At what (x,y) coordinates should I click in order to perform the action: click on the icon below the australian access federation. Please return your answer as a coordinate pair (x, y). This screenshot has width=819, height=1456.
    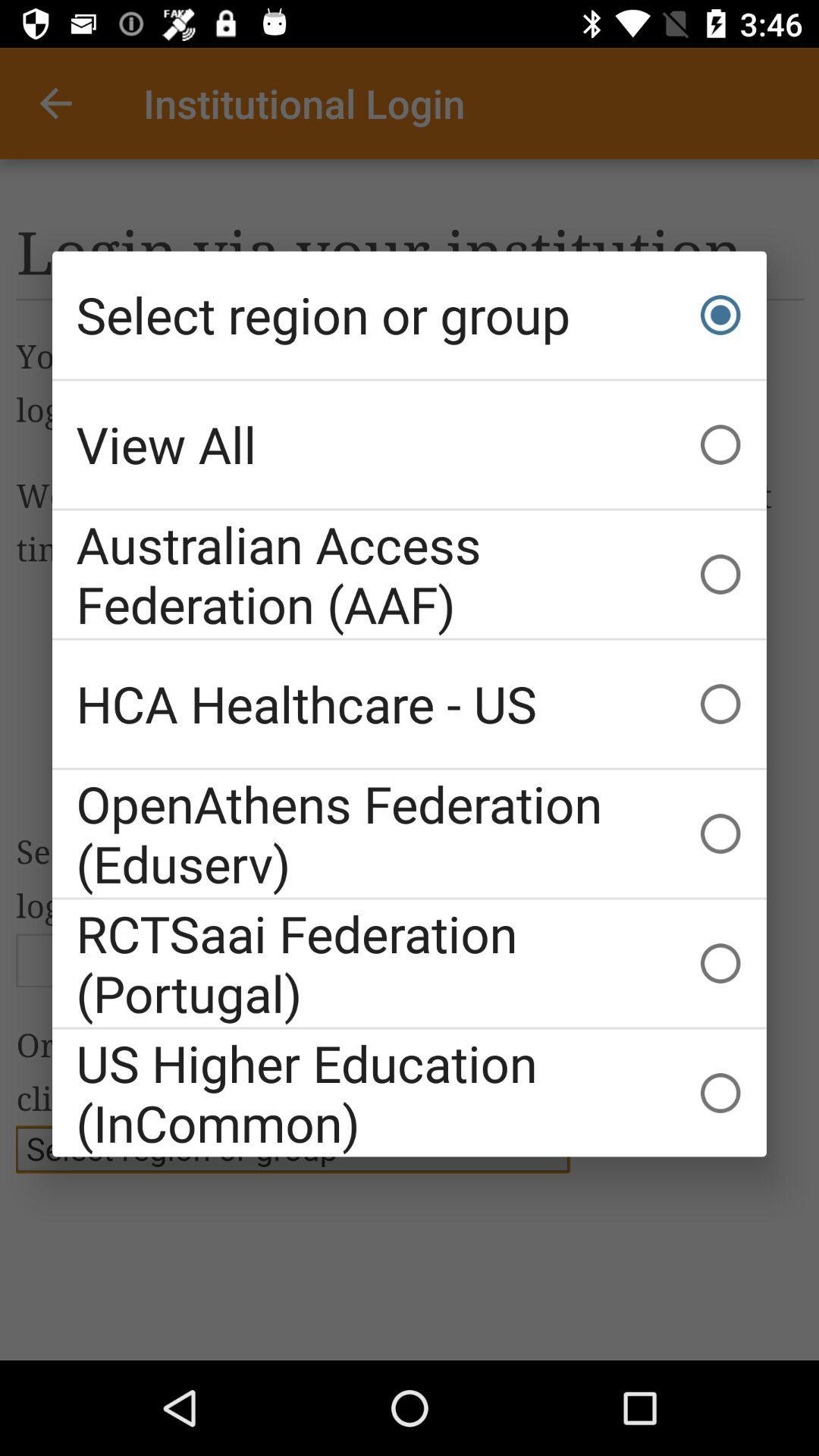
    Looking at the image, I should click on (409, 703).